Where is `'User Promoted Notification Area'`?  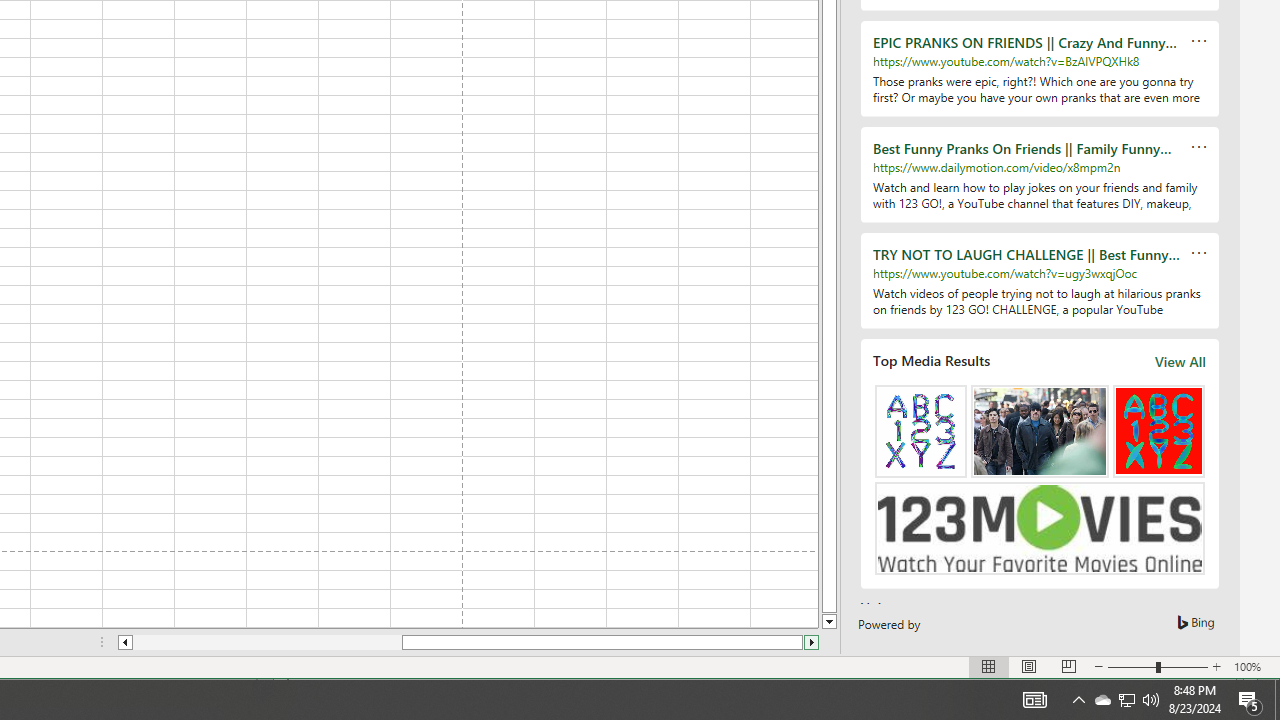 'User Promoted Notification Area' is located at coordinates (1127, 698).